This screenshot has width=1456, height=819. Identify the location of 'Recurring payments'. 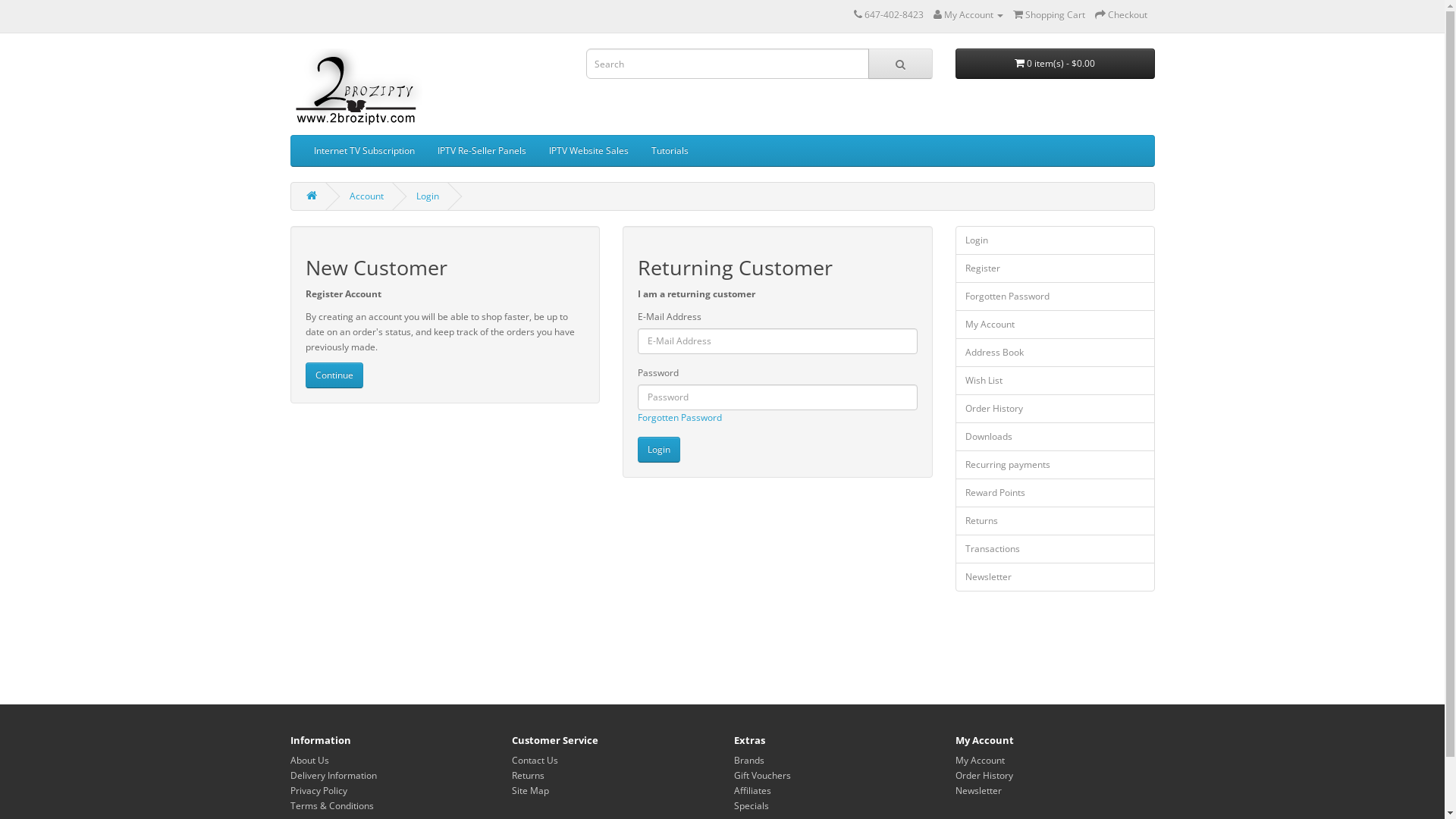
(954, 464).